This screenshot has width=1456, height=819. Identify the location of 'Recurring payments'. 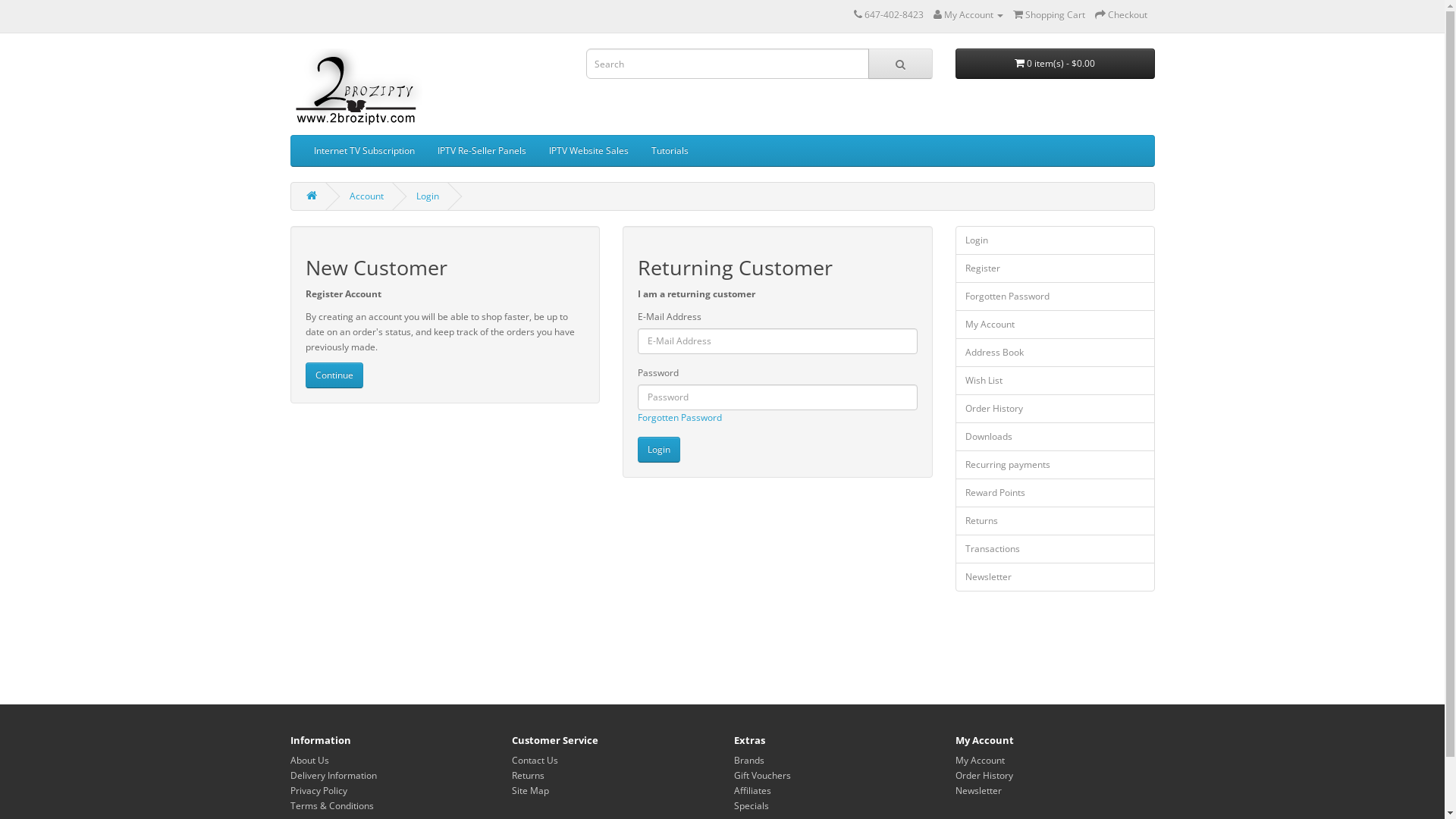
(954, 464).